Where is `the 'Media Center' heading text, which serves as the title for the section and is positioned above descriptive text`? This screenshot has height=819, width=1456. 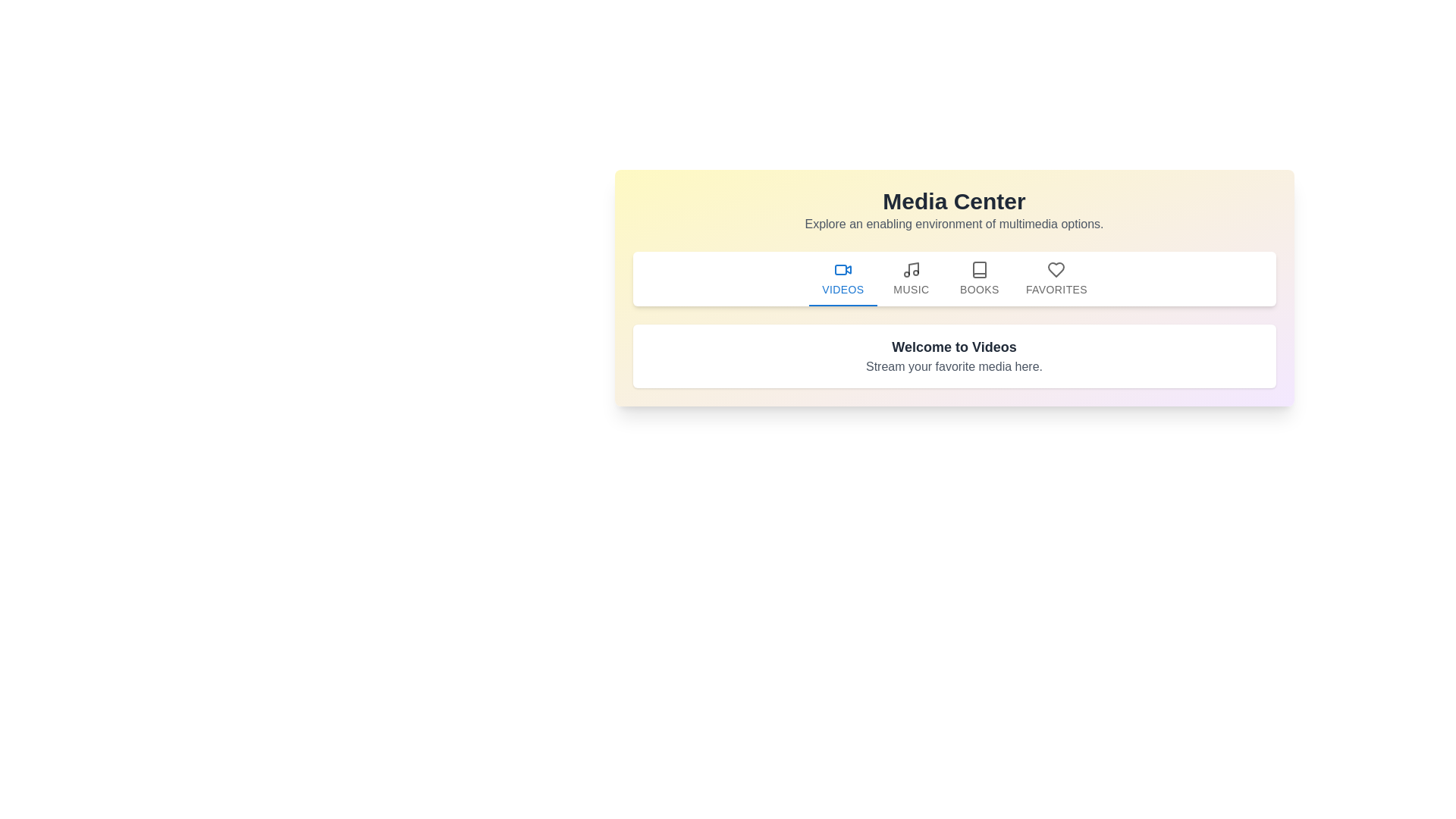
the 'Media Center' heading text, which serves as the title for the section and is positioned above descriptive text is located at coordinates (953, 201).